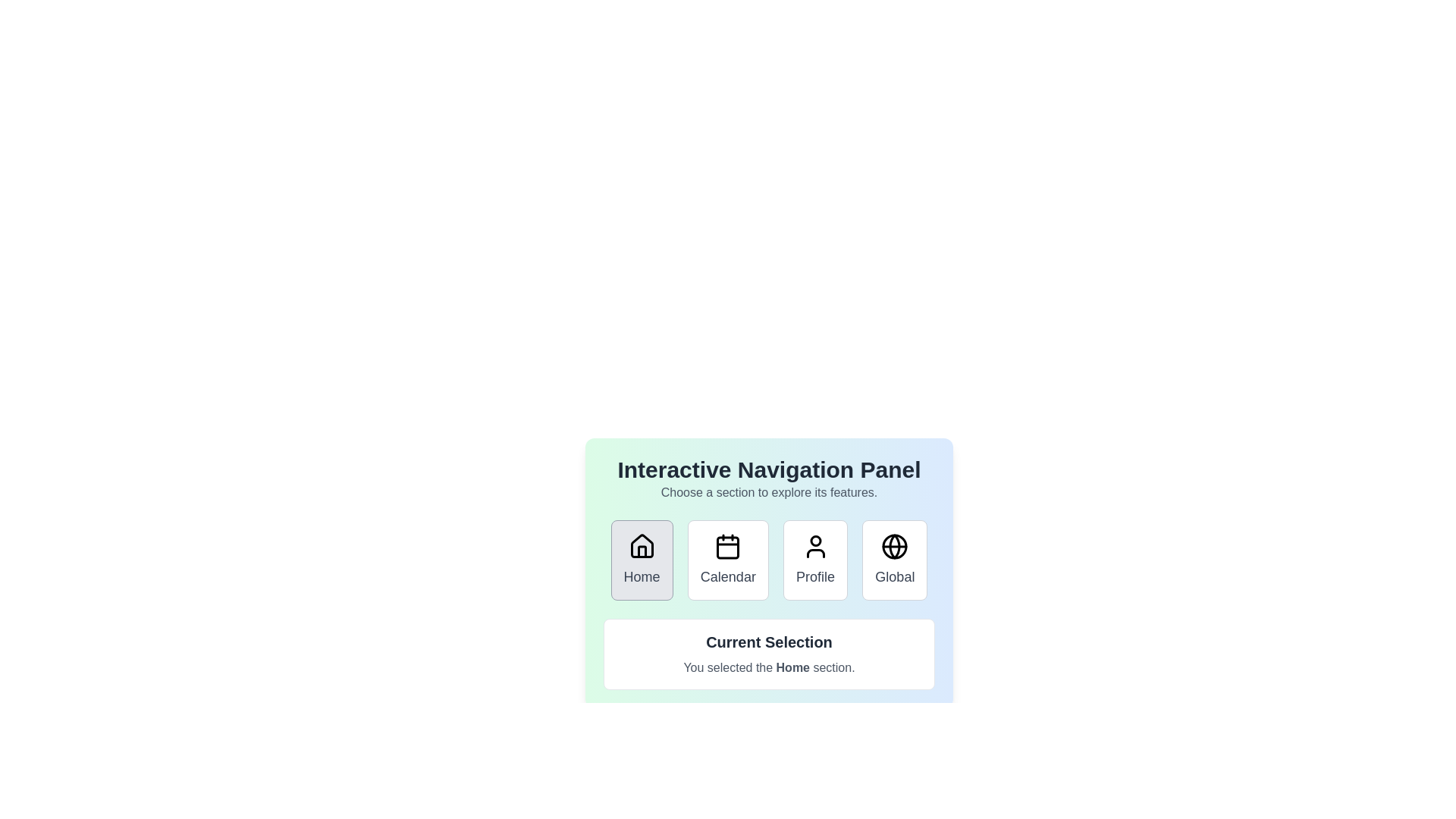  Describe the element at coordinates (814, 576) in the screenshot. I see `the 'Profile' text label in the navigation panel, which is styled with a larger bold font and gray color, indicating a section identifier` at that location.